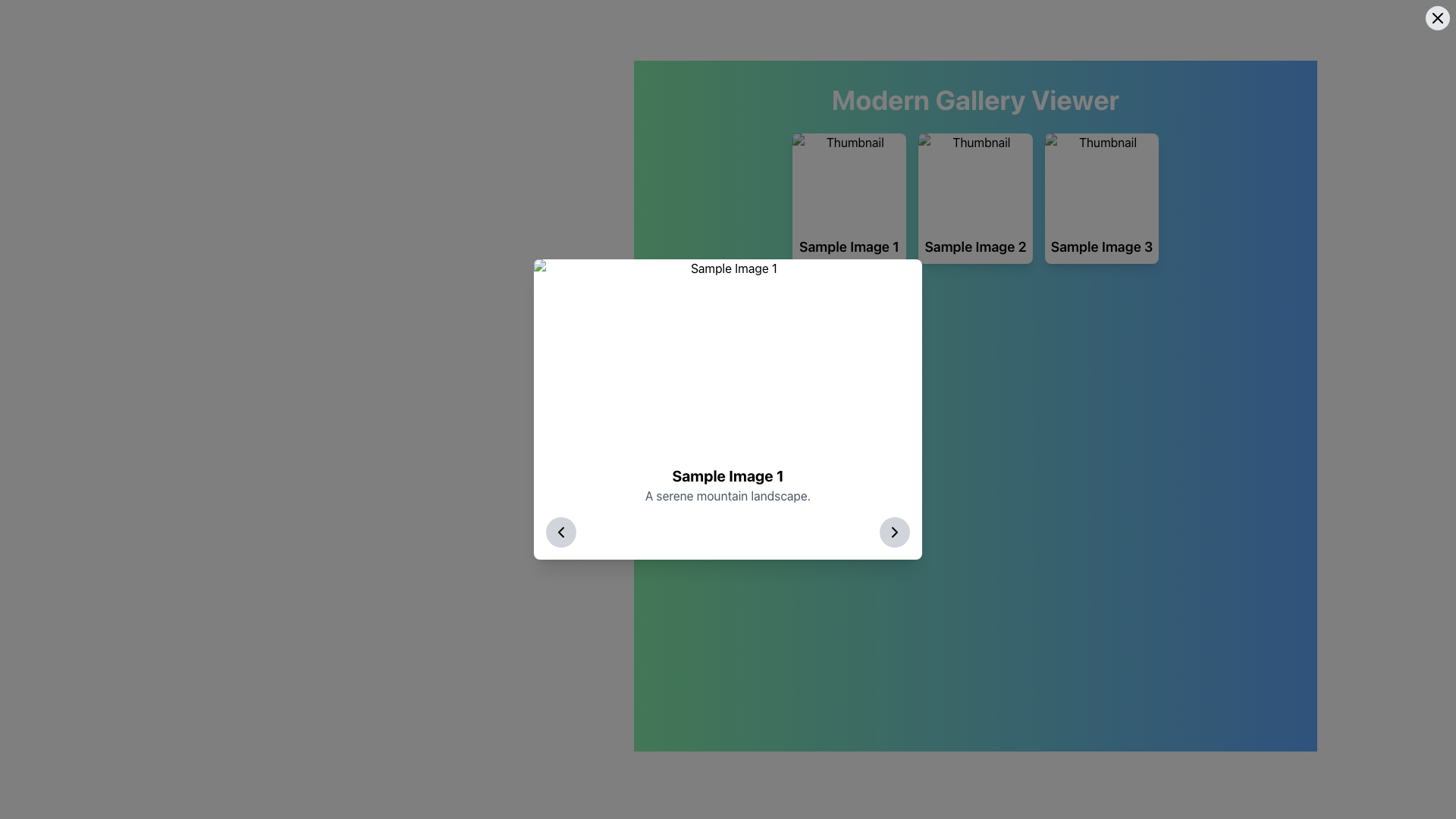 This screenshot has width=1456, height=819. Describe the element at coordinates (847, 180) in the screenshot. I see `the thumbnail representing 'Sample Image 1', which is the leftmost thumbnail in the row of cards` at that location.